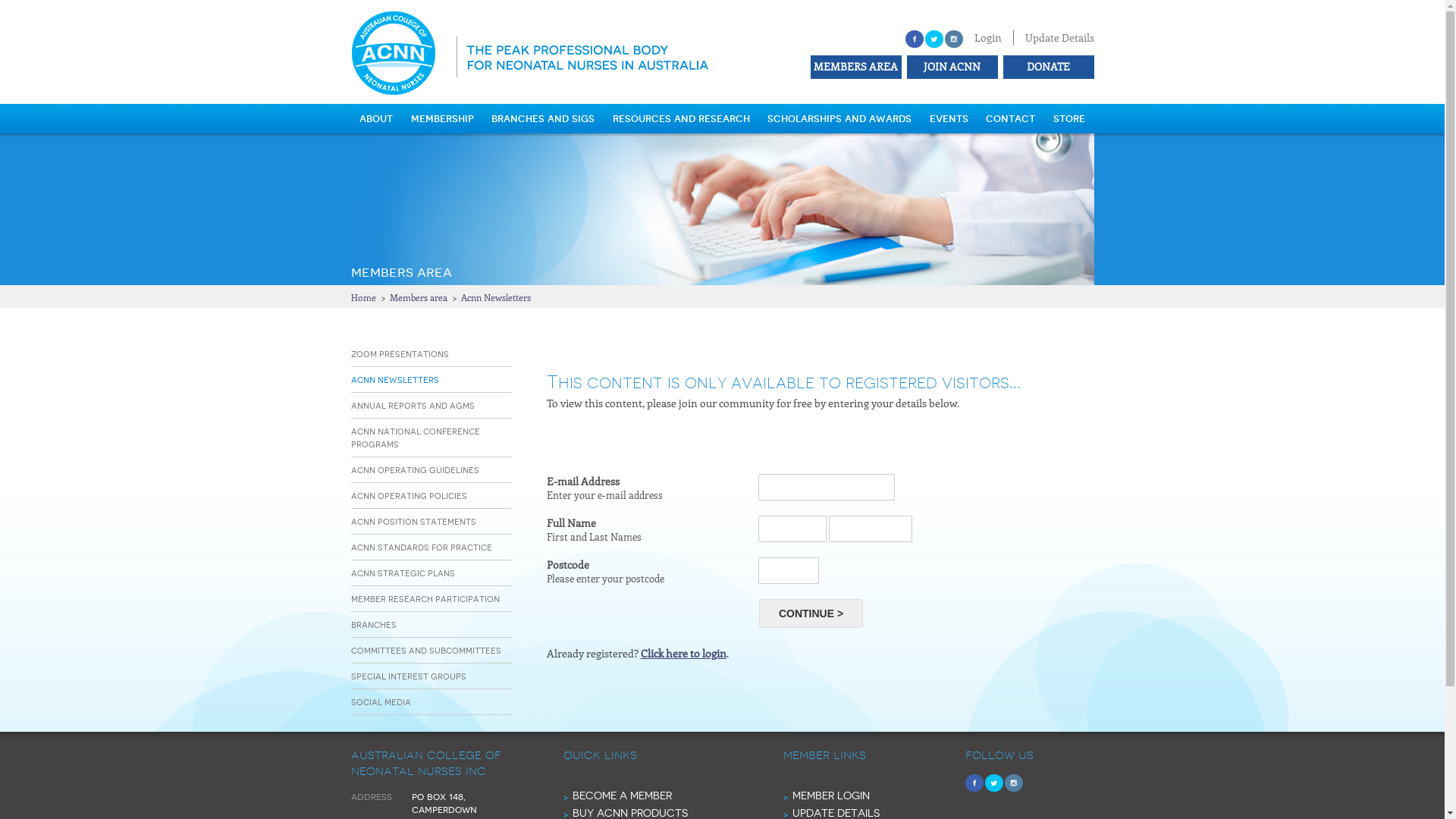  What do you see at coordinates (1068, 118) in the screenshot?
I see `'store'` at bounding box center [1068, 118].